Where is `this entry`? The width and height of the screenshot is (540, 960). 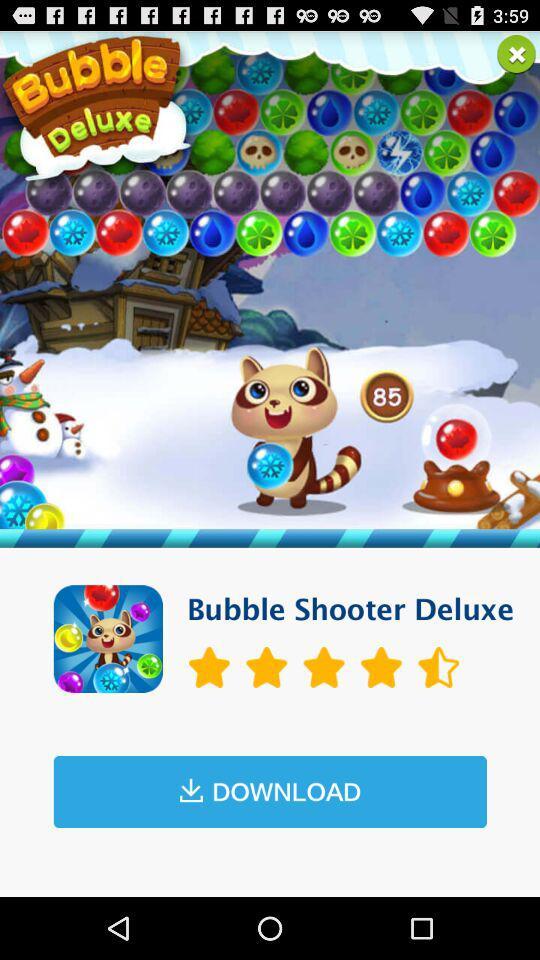 this entry is located at coordinates (516, 53).